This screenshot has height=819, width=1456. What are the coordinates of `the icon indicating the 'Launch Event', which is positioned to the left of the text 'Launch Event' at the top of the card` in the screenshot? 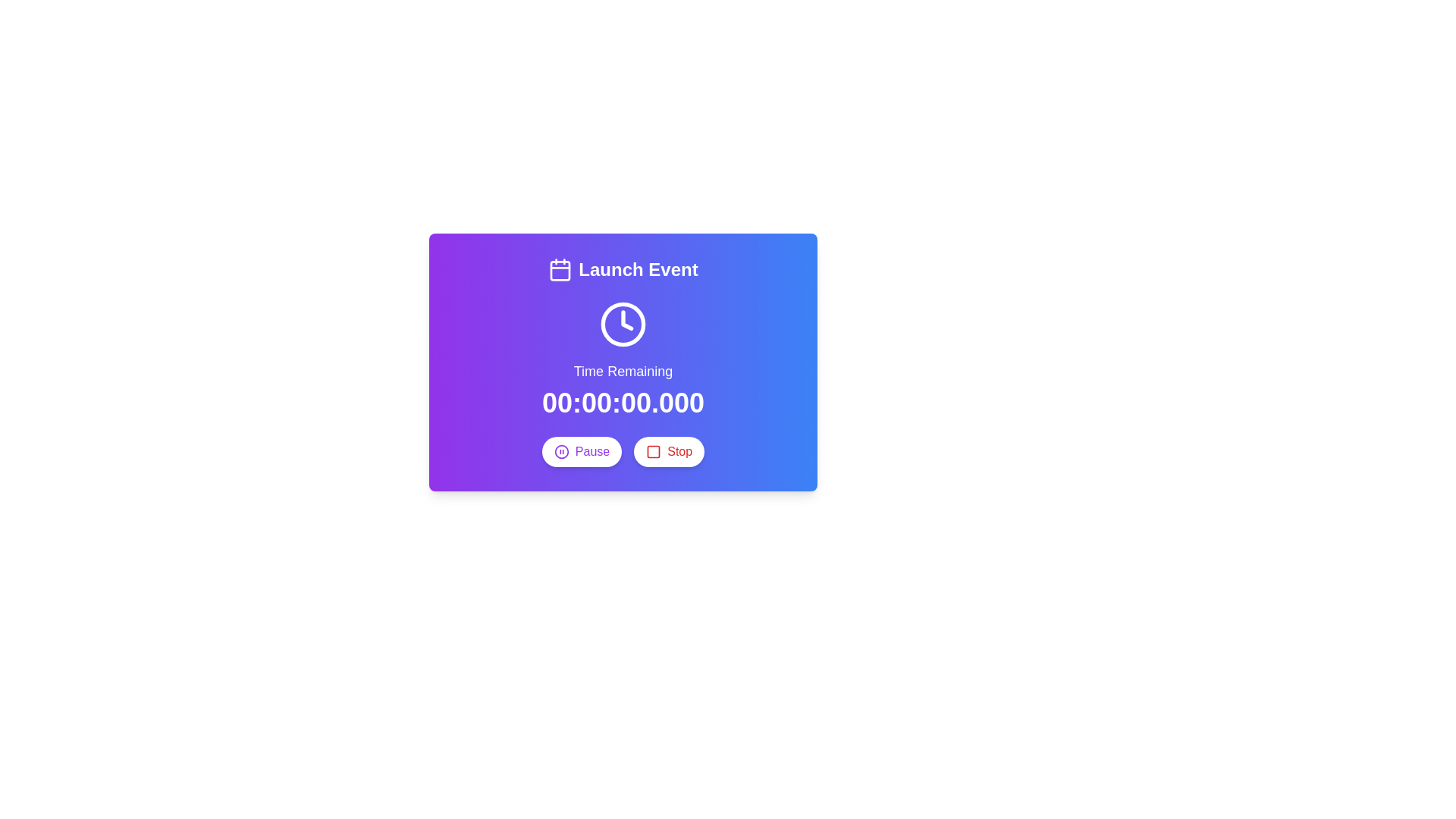 It's located at (560, 268).